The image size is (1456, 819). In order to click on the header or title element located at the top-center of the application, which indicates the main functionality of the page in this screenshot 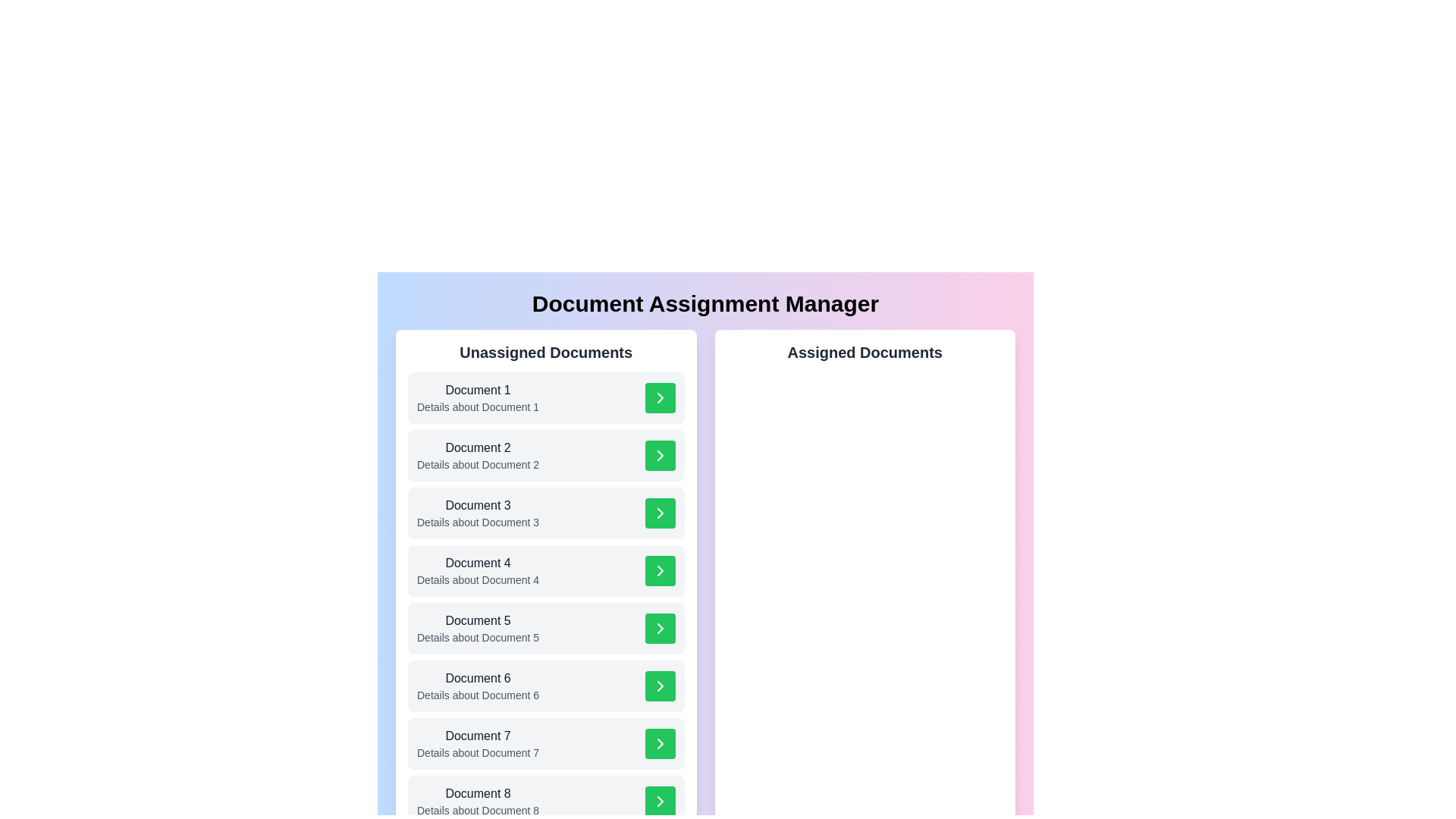, I will do `click(704, 304)`.